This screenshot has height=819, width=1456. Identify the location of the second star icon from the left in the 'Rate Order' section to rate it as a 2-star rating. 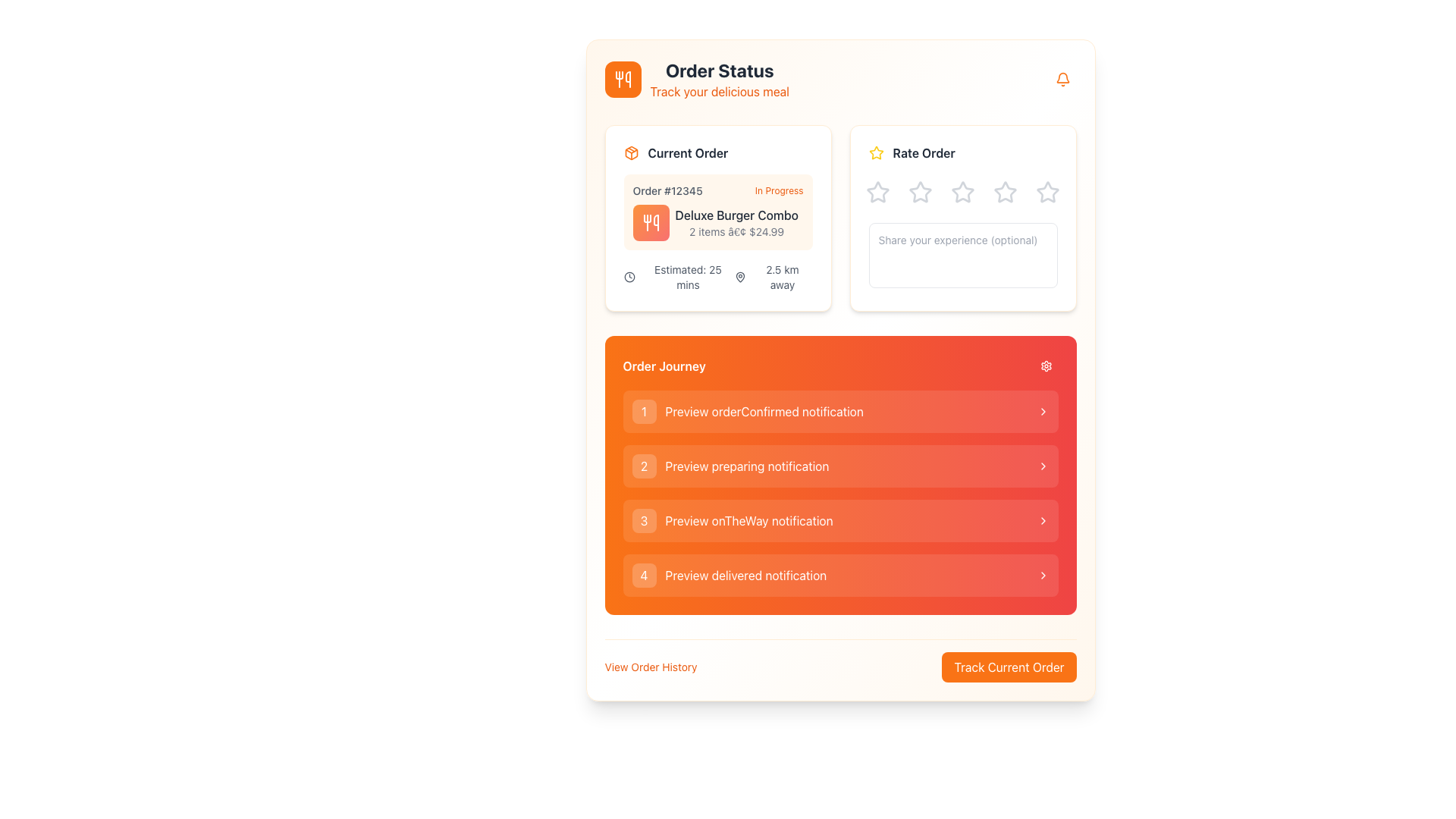
(962, 192).